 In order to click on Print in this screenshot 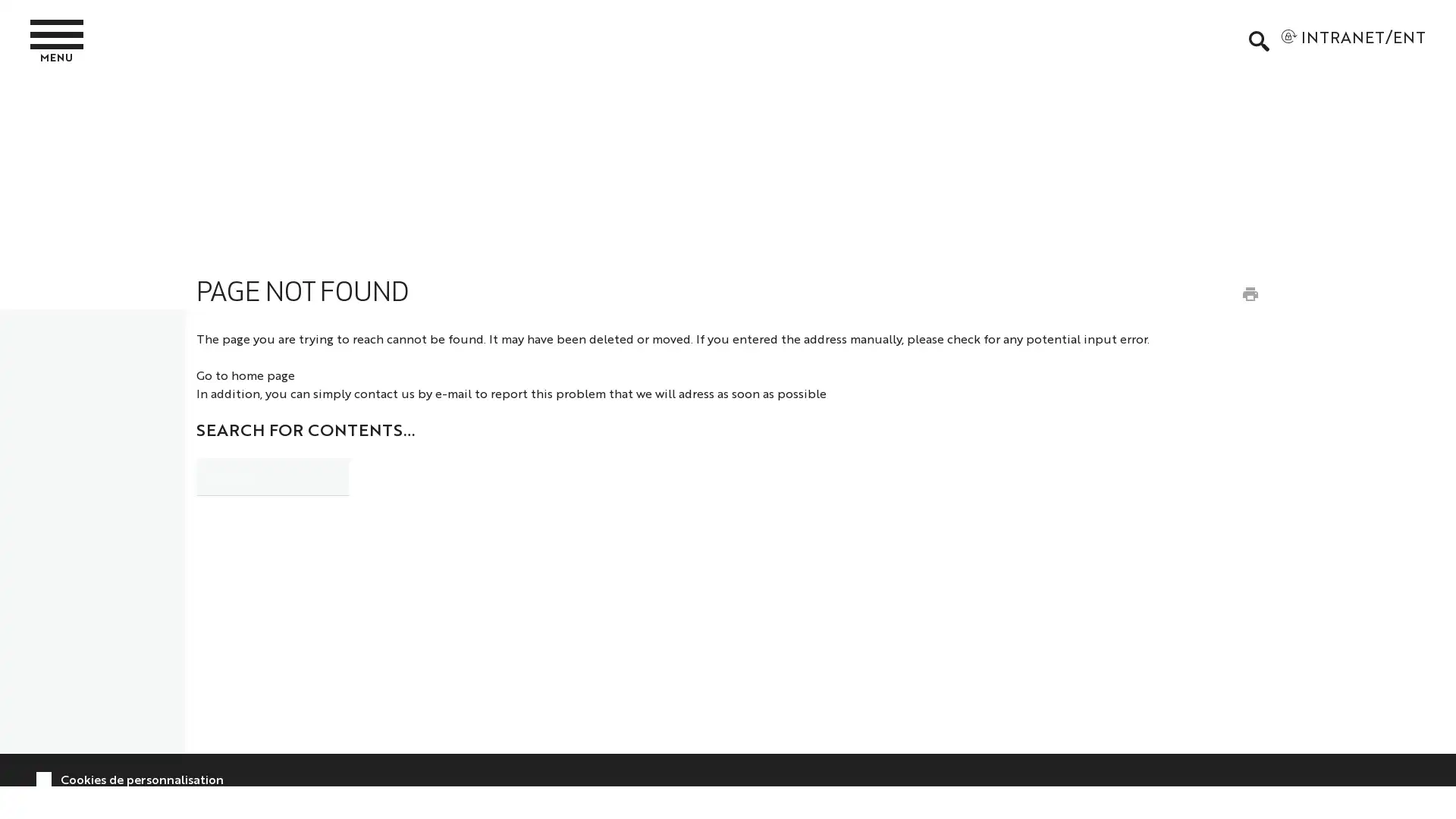, I will do `click(1249, 293)`.